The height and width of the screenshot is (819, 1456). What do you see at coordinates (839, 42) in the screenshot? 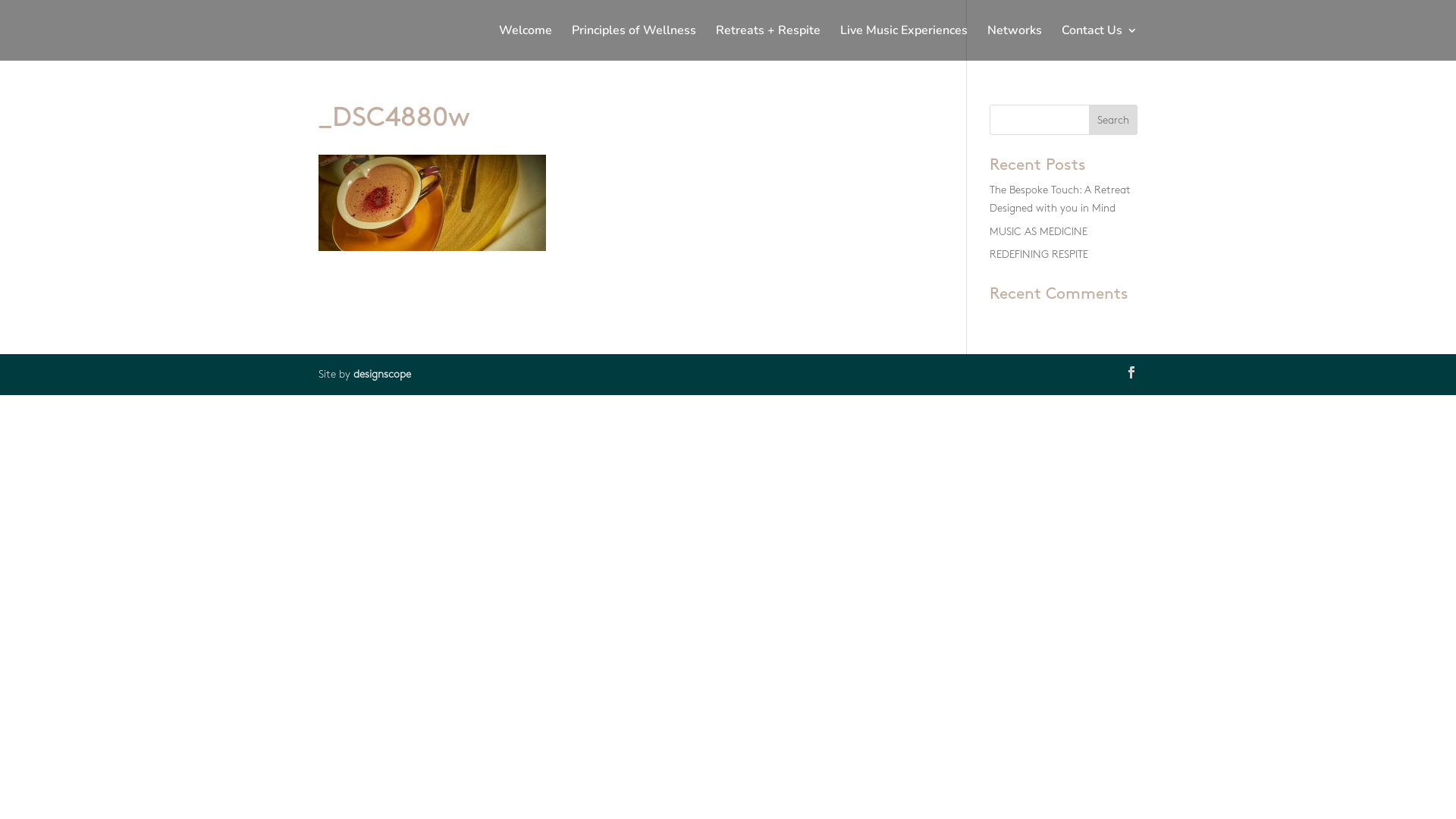
I see `'Live Music Experiences'` at bounding box center [839, 42].